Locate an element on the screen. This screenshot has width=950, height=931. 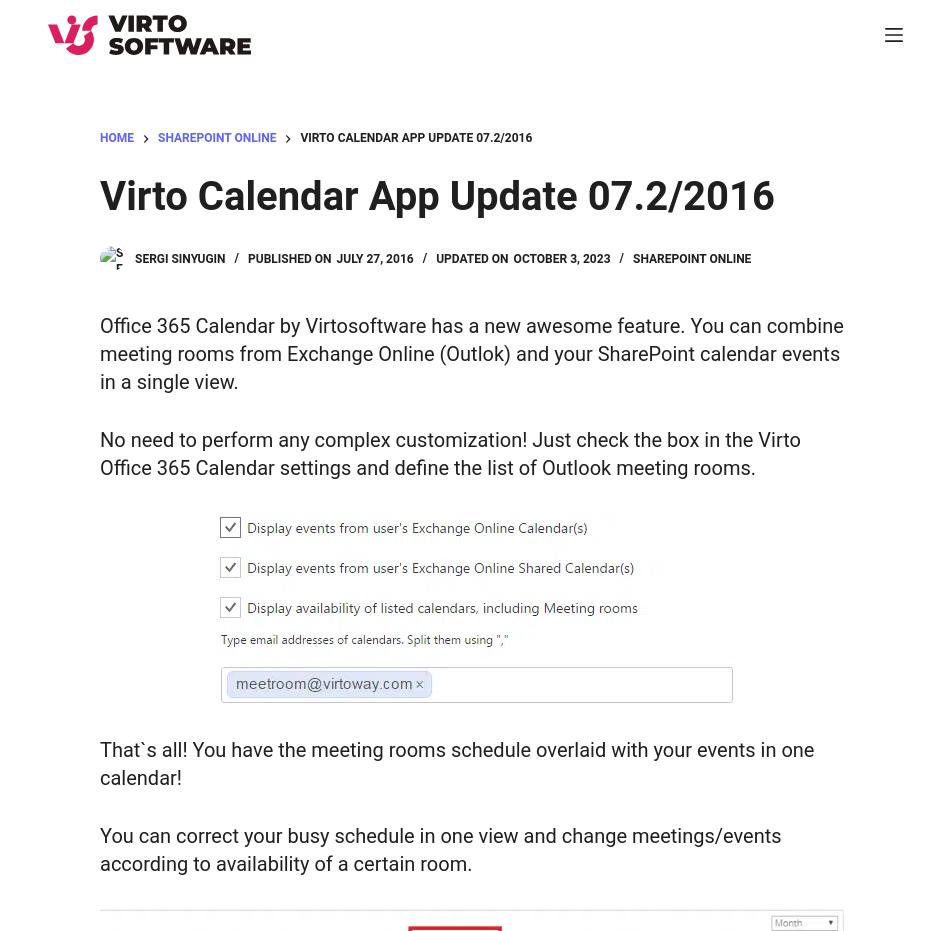
'Professional Services' is located at coordinates (142, 372).